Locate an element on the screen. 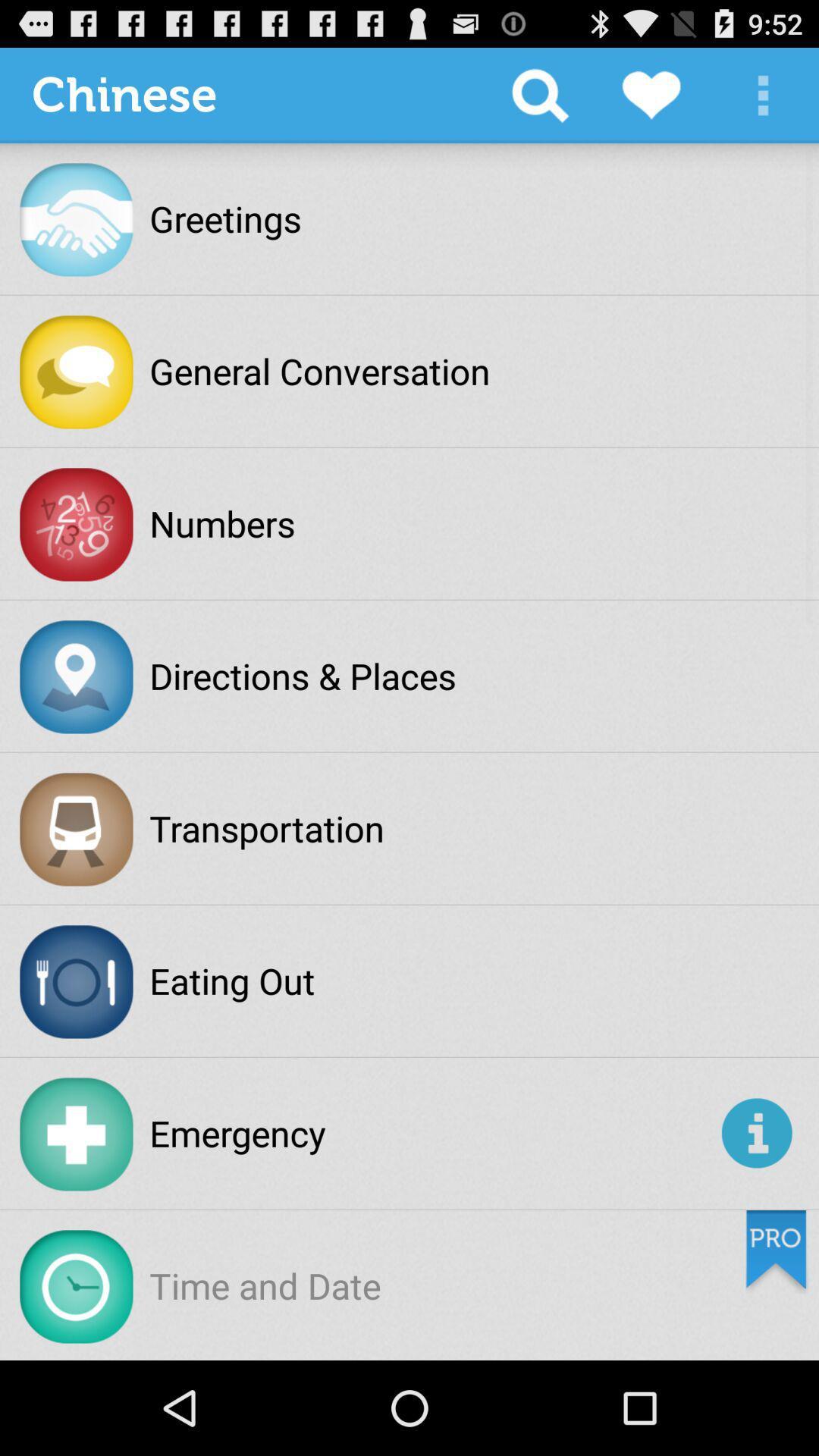  the numbers item is located at coordinates (222, 523).